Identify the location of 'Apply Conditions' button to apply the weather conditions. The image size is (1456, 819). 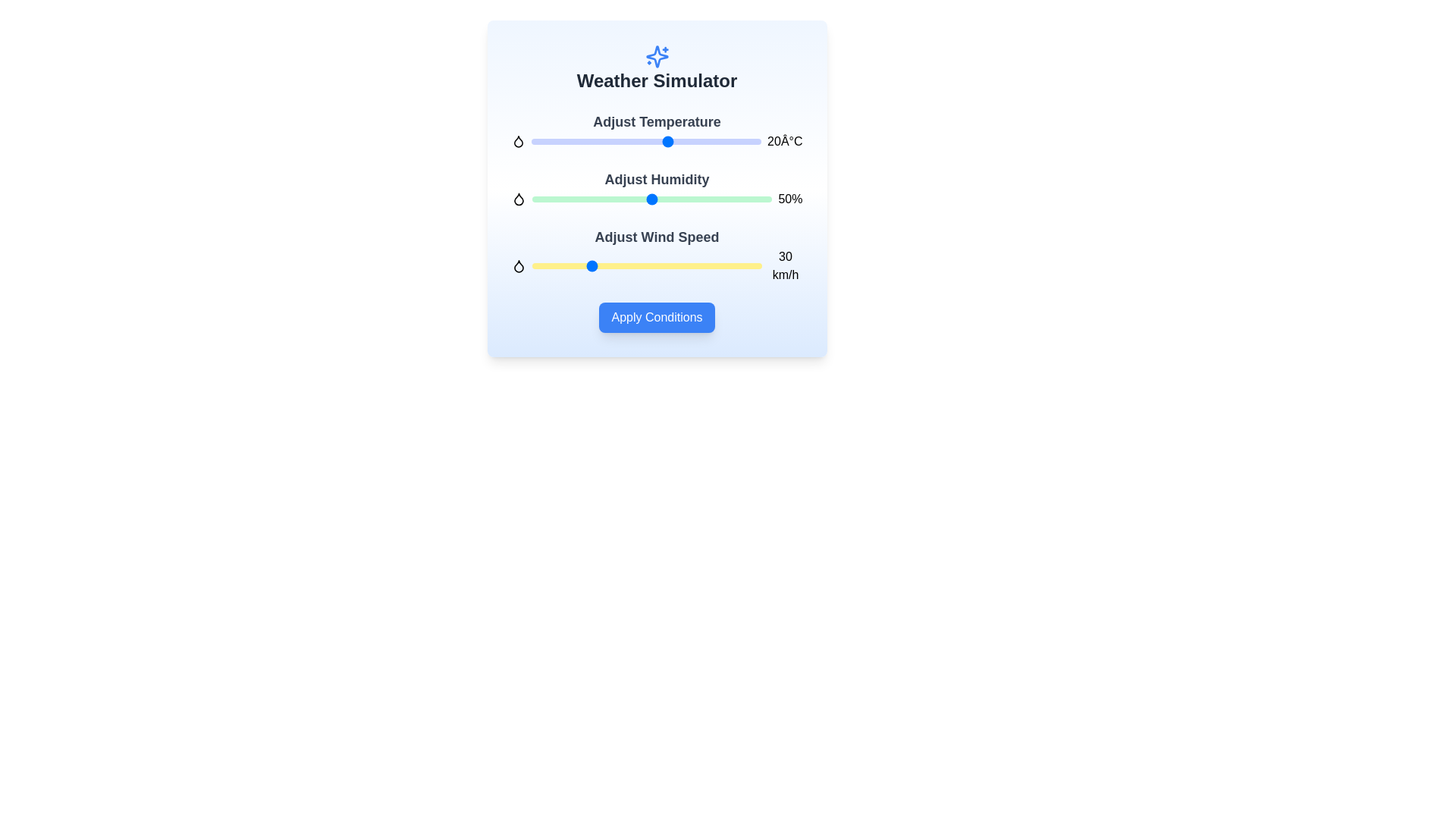
(657, 317).